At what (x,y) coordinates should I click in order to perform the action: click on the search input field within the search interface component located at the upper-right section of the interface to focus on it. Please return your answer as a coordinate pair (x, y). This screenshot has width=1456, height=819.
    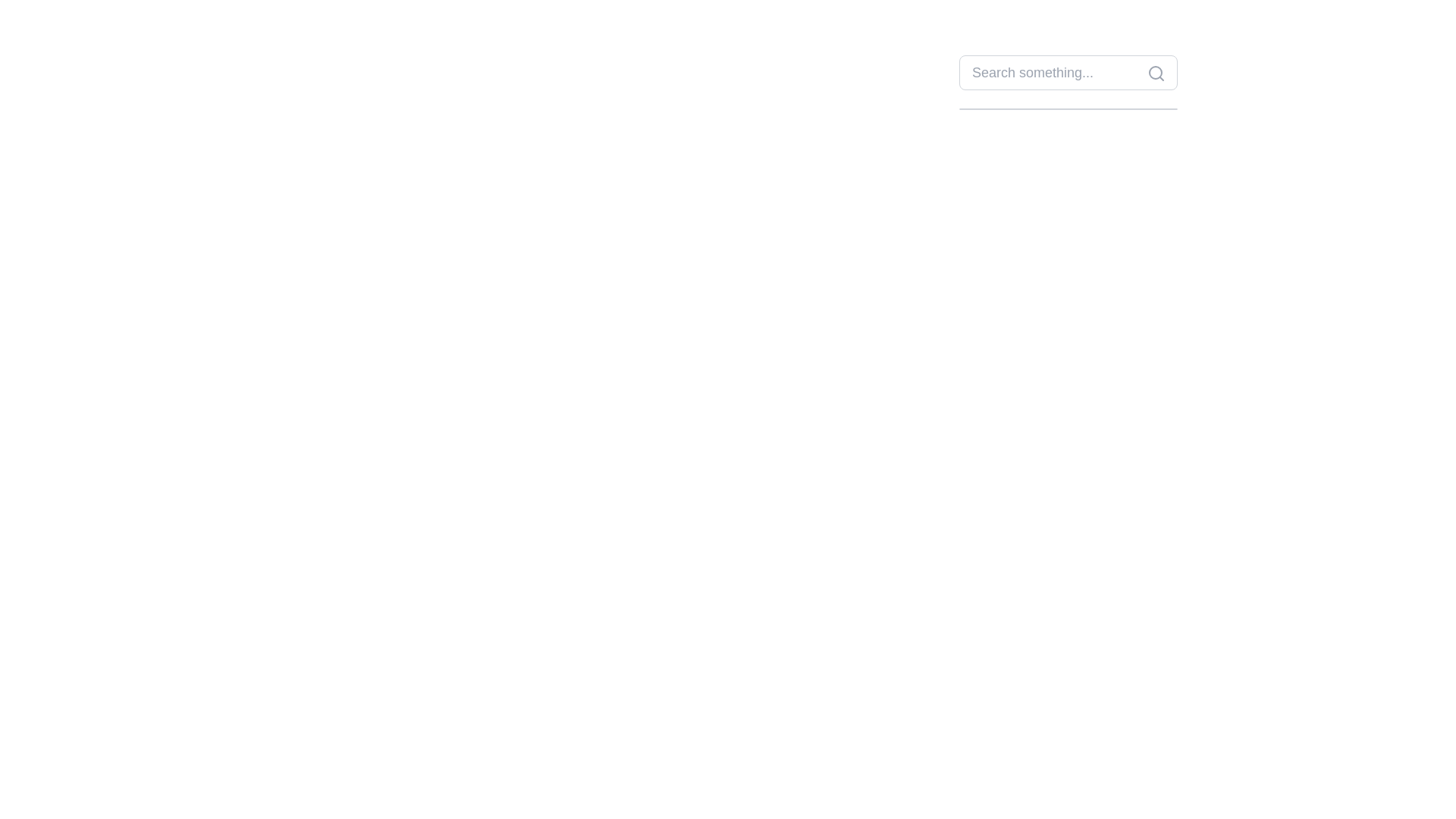
    Looking at the image, I should click on (1068, 82).